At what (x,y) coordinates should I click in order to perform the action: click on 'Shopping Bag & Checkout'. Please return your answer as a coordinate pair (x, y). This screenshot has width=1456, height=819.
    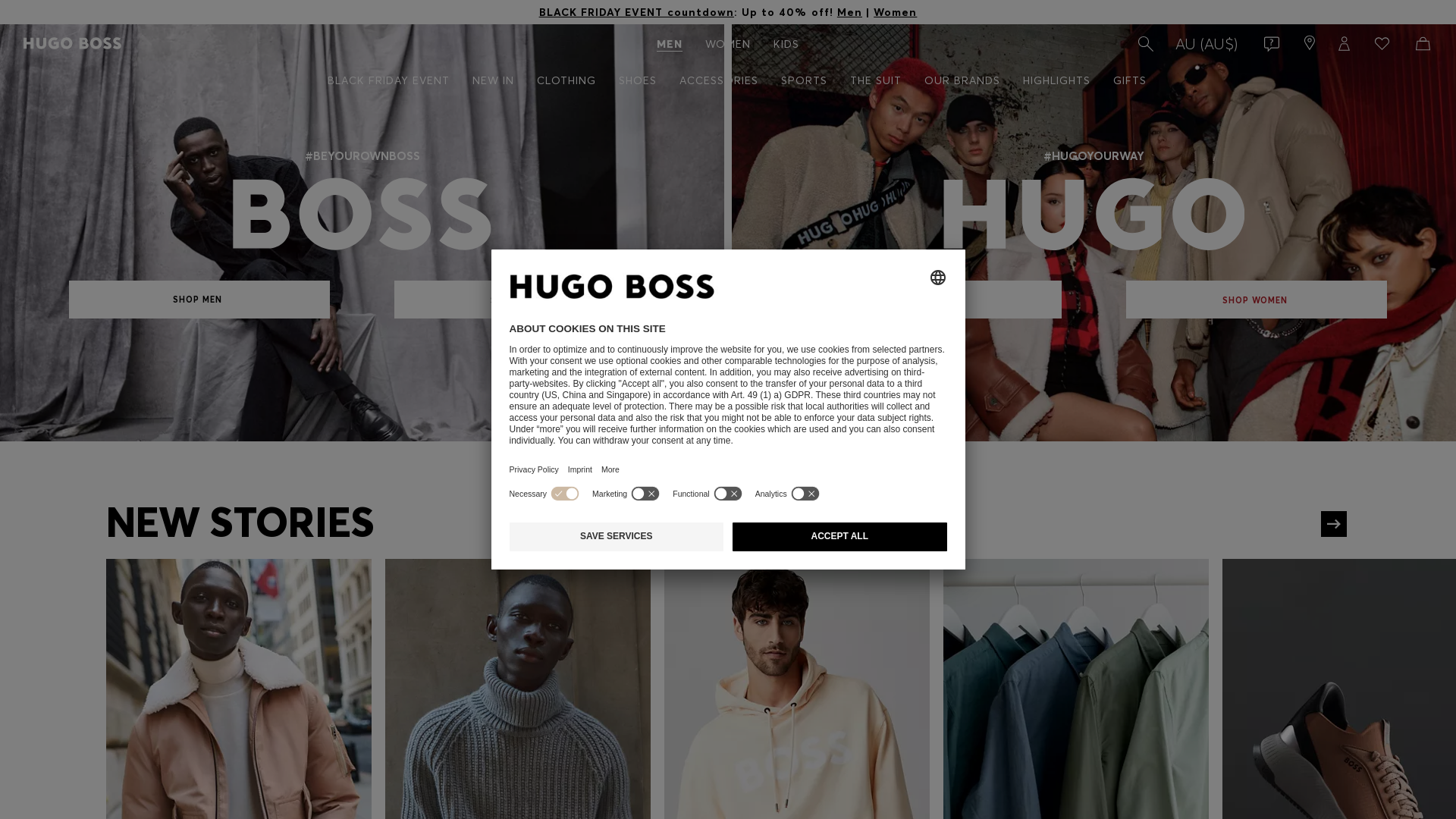
    Looking at the image, I should click on (1419, 43).